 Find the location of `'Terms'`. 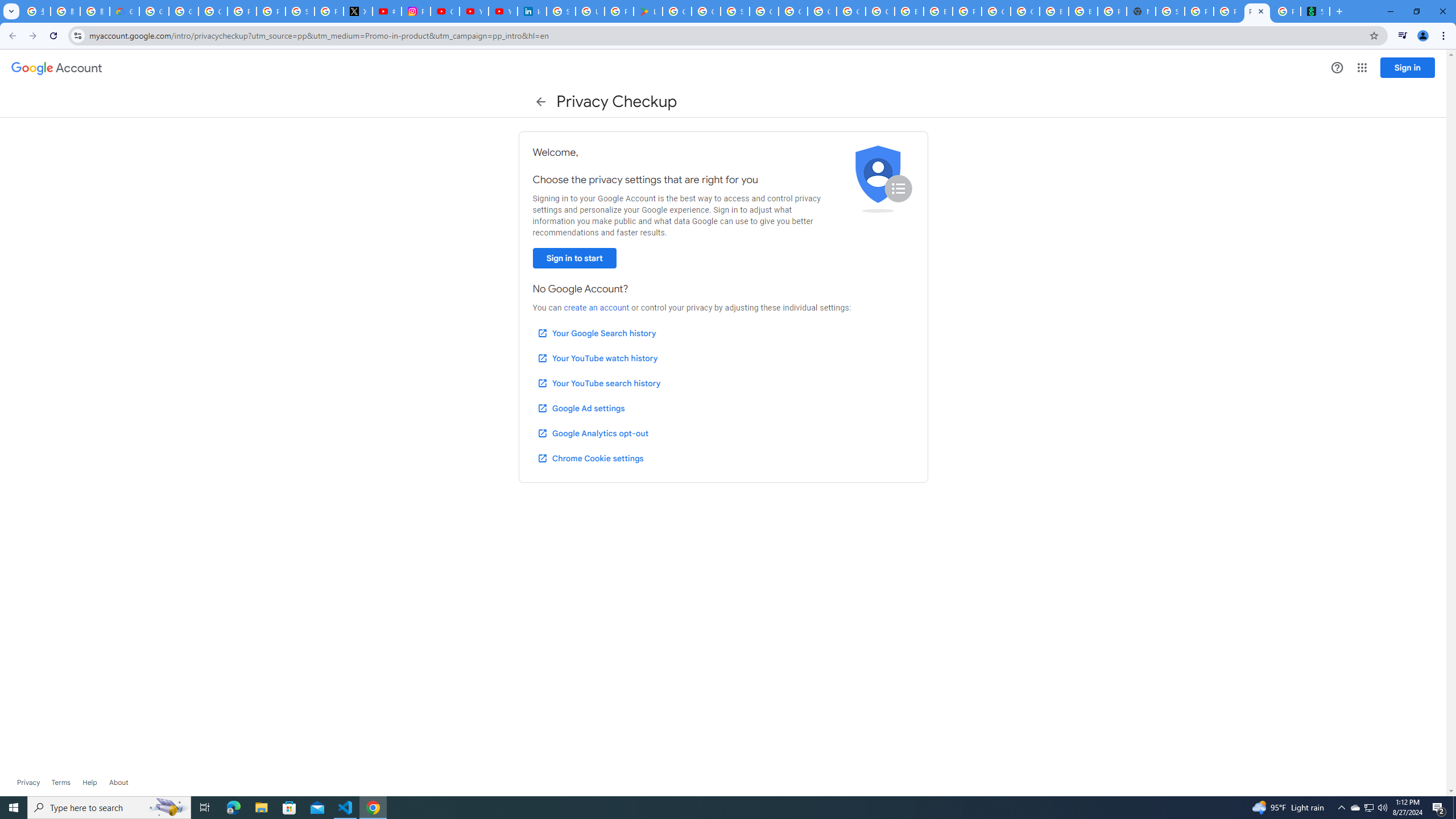

'Terms' is located at coordinates (60, 781).